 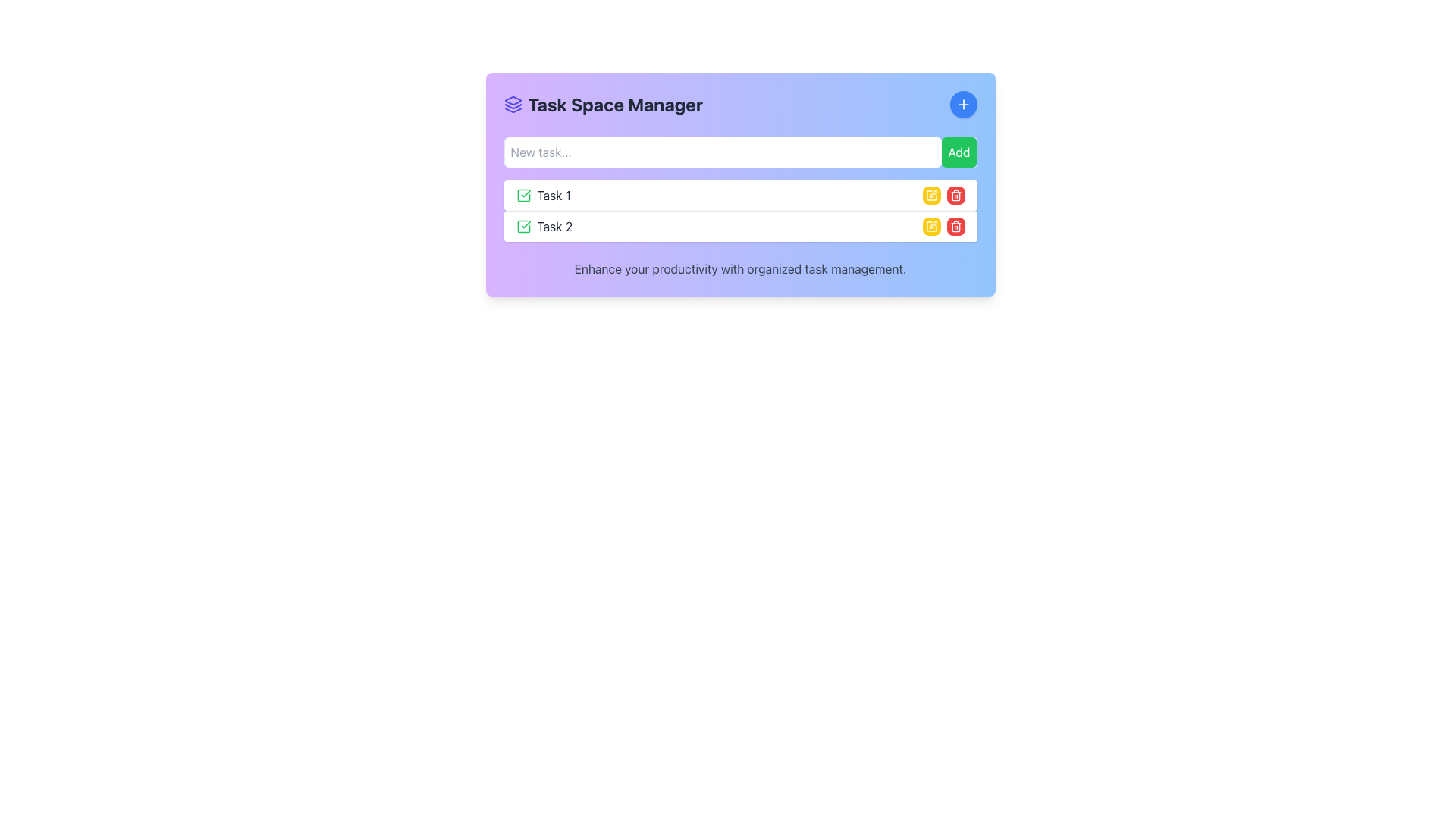 What do you see at coordinates (930, 195) in the screenshot?
I see `the small yellow button with a pen icon located in the second task row of the task management interface` at bounding box center [930, 195].